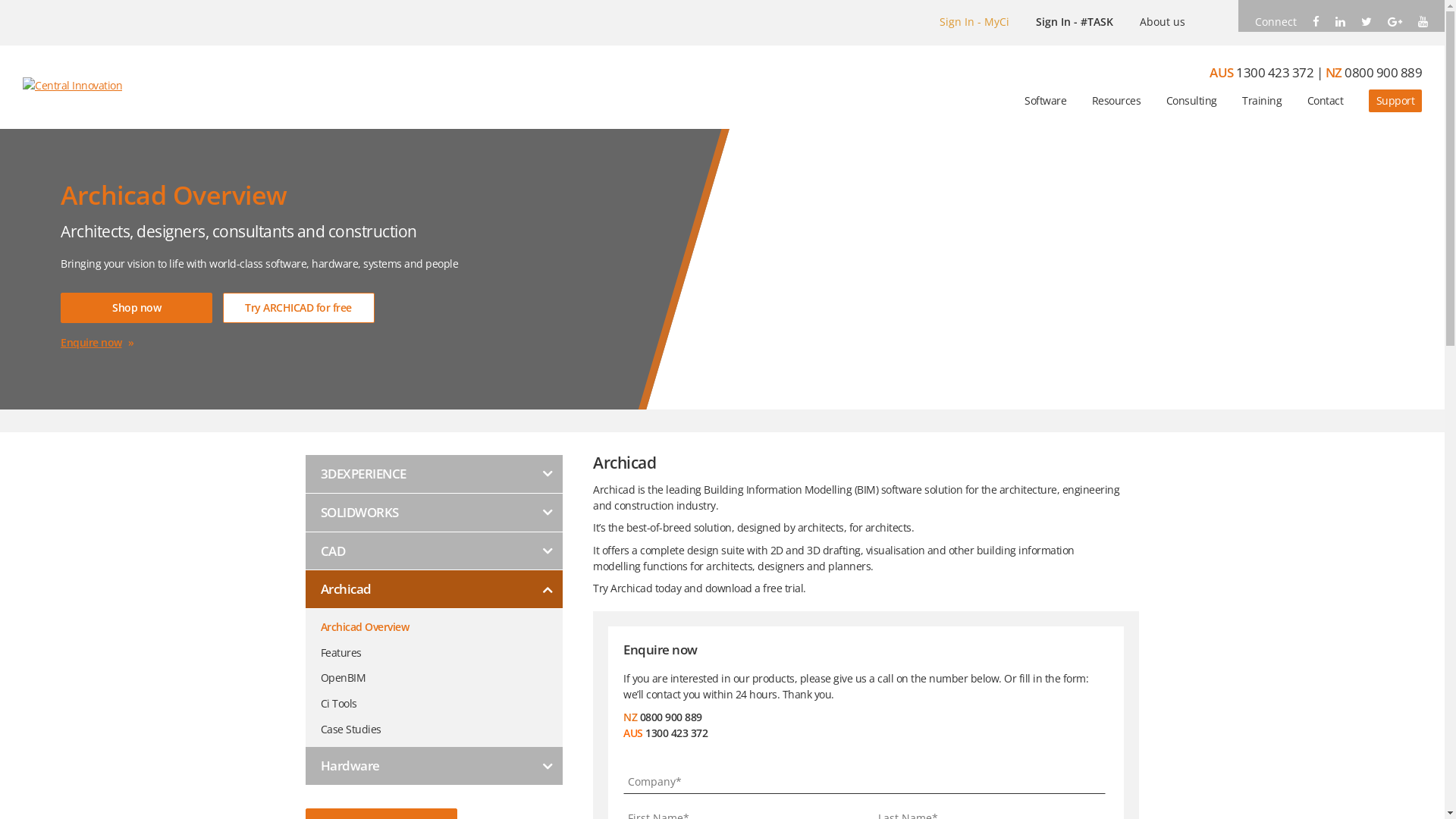  Describe the element at coordinates (432, 473) in the screenshot. I see `'3DEXPERIENCE'` at that location.